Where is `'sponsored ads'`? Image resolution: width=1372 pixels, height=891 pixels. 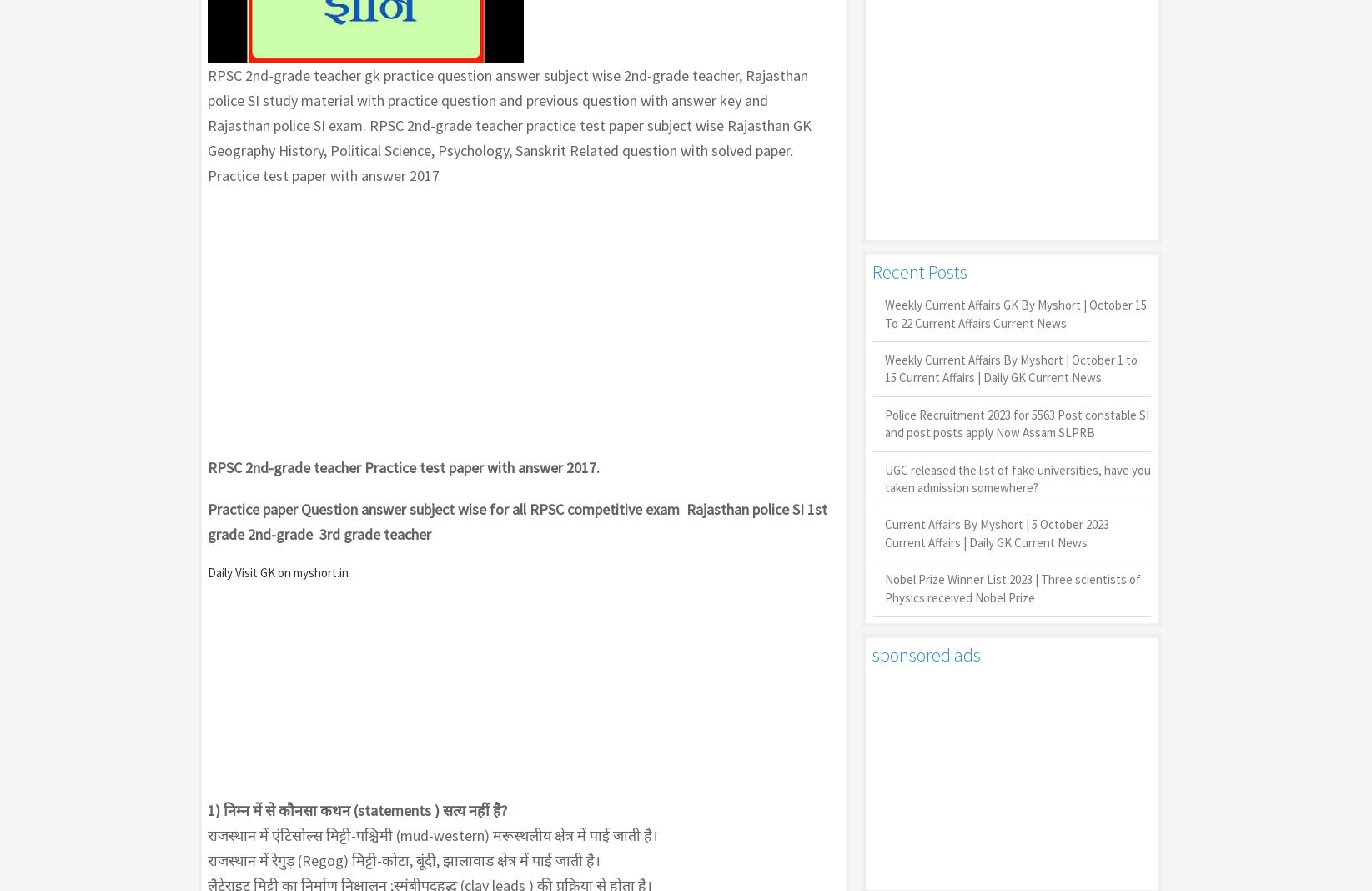
'sponsored ads' is located at coordinates (872, 654).